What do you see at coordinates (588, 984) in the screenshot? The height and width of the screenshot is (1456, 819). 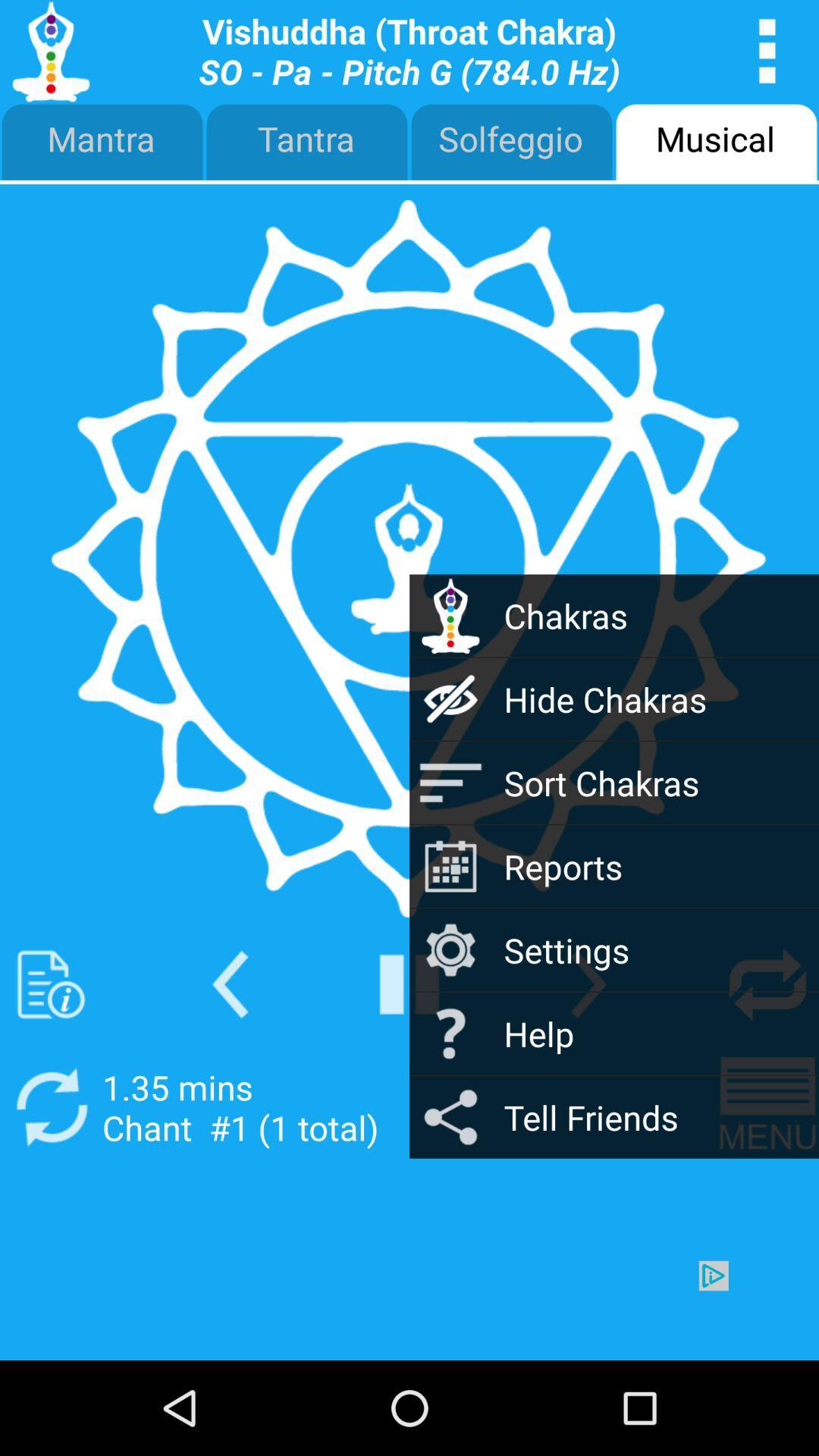 I see `settings option` at bounding box center [588, 984].